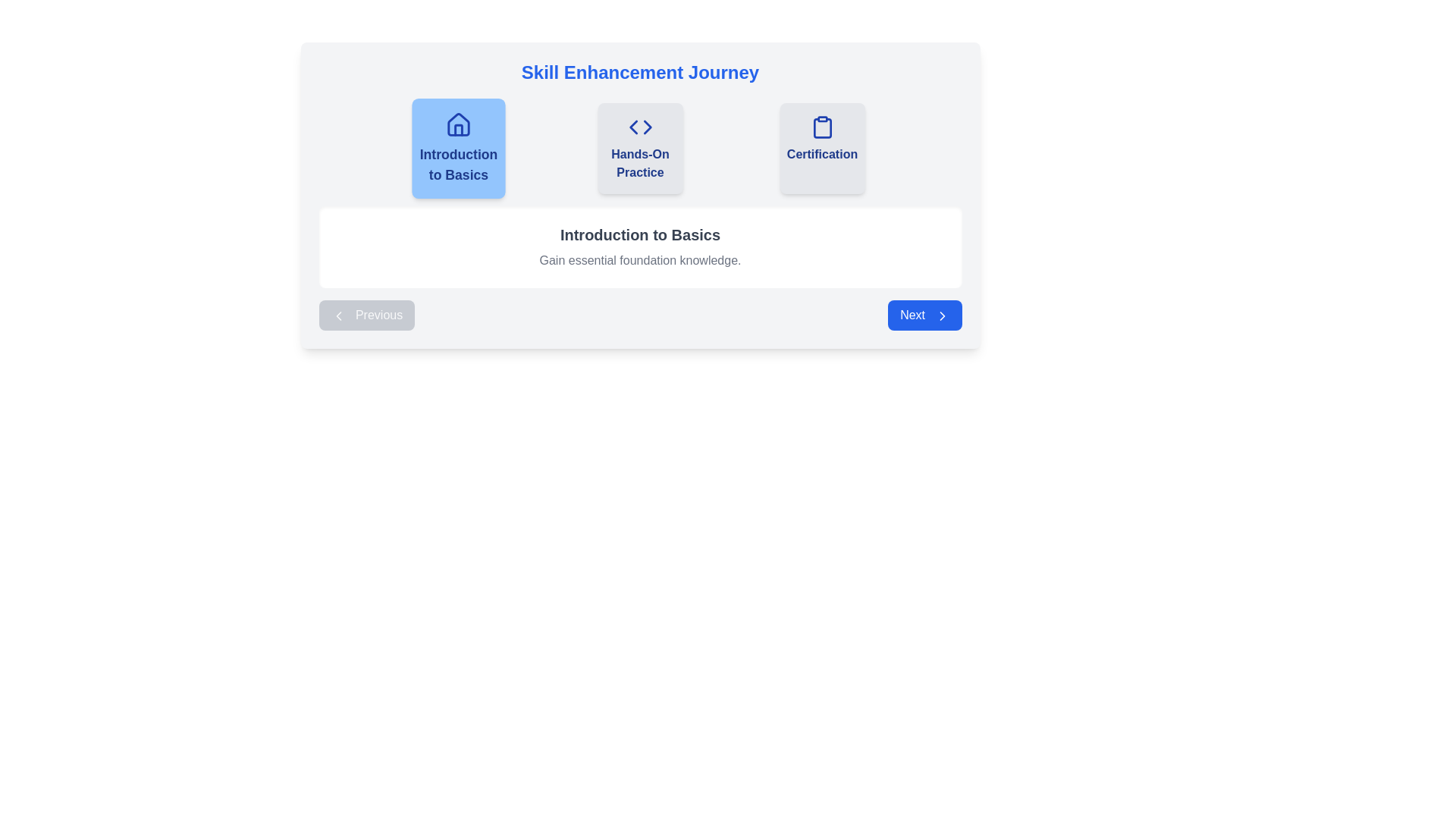 This screenshot has height=819, width=1456. What do you see at coordinates (640, 164) in the screenshot?
I see `the text label reading 'Hands-On Practice'` at bounding box center [640, 164].